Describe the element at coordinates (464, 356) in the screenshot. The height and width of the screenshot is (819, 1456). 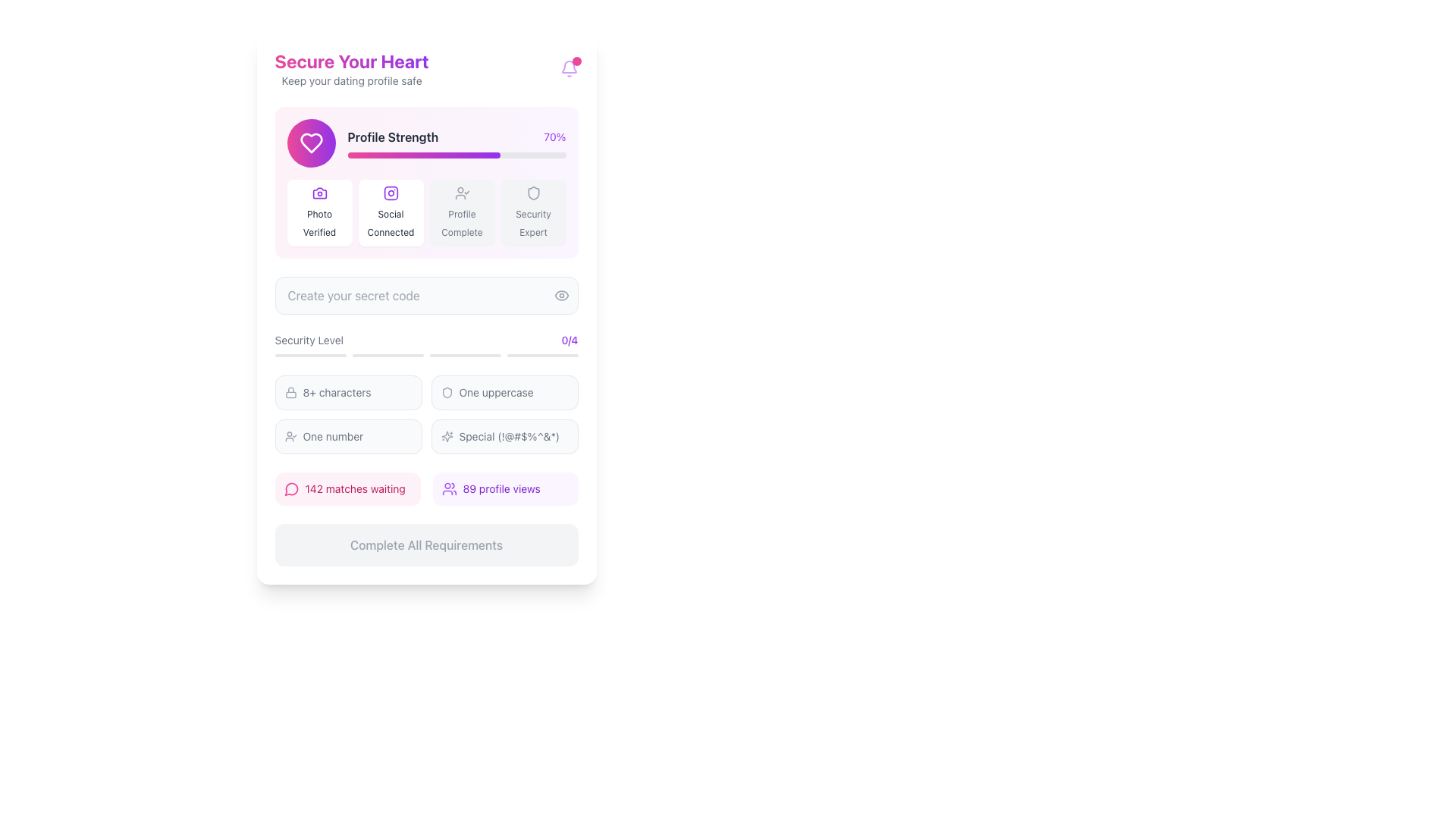
I see `the third progress indicator bar, which is a thin, horizontally elongated rectangle with rounded ends, filled with a light gray color, located near the center-bottom of the interface` at that location.